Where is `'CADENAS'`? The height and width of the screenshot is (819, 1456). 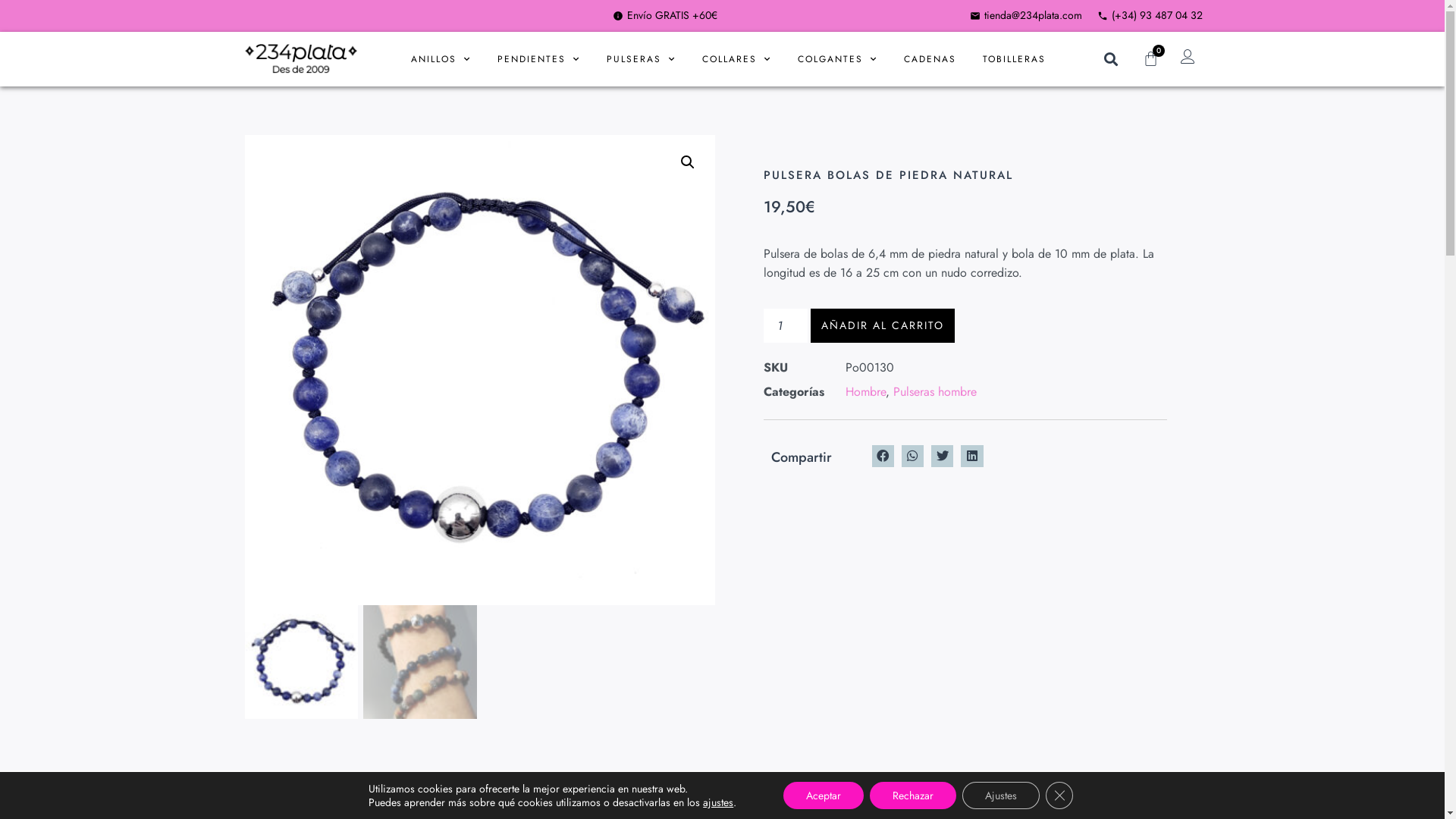
'CADENAS' is located at coordinates (929, 58).